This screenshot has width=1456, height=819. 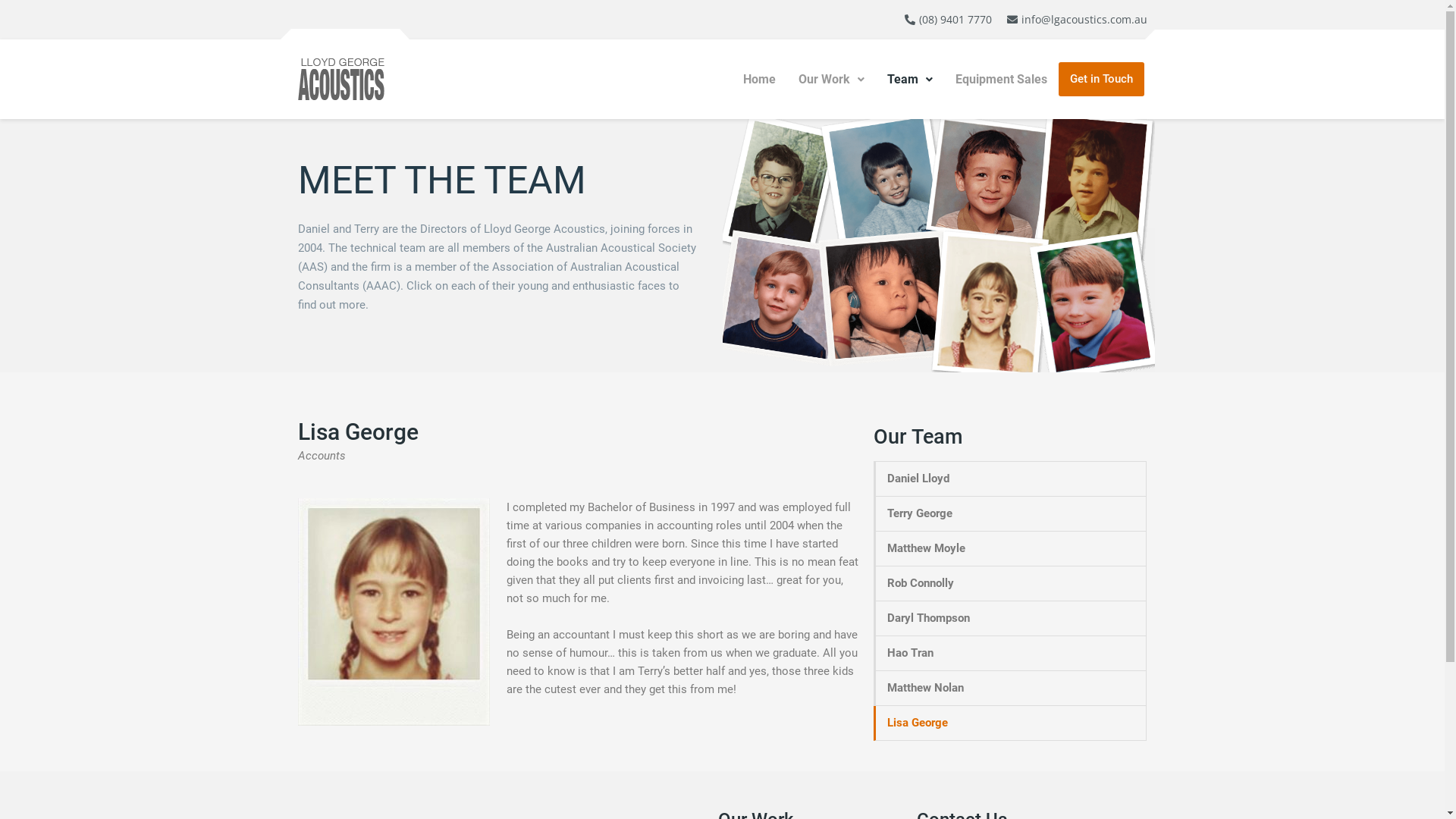 I want to click on 'info@lgacoustics.com.au', so click(x=1075, y=20).